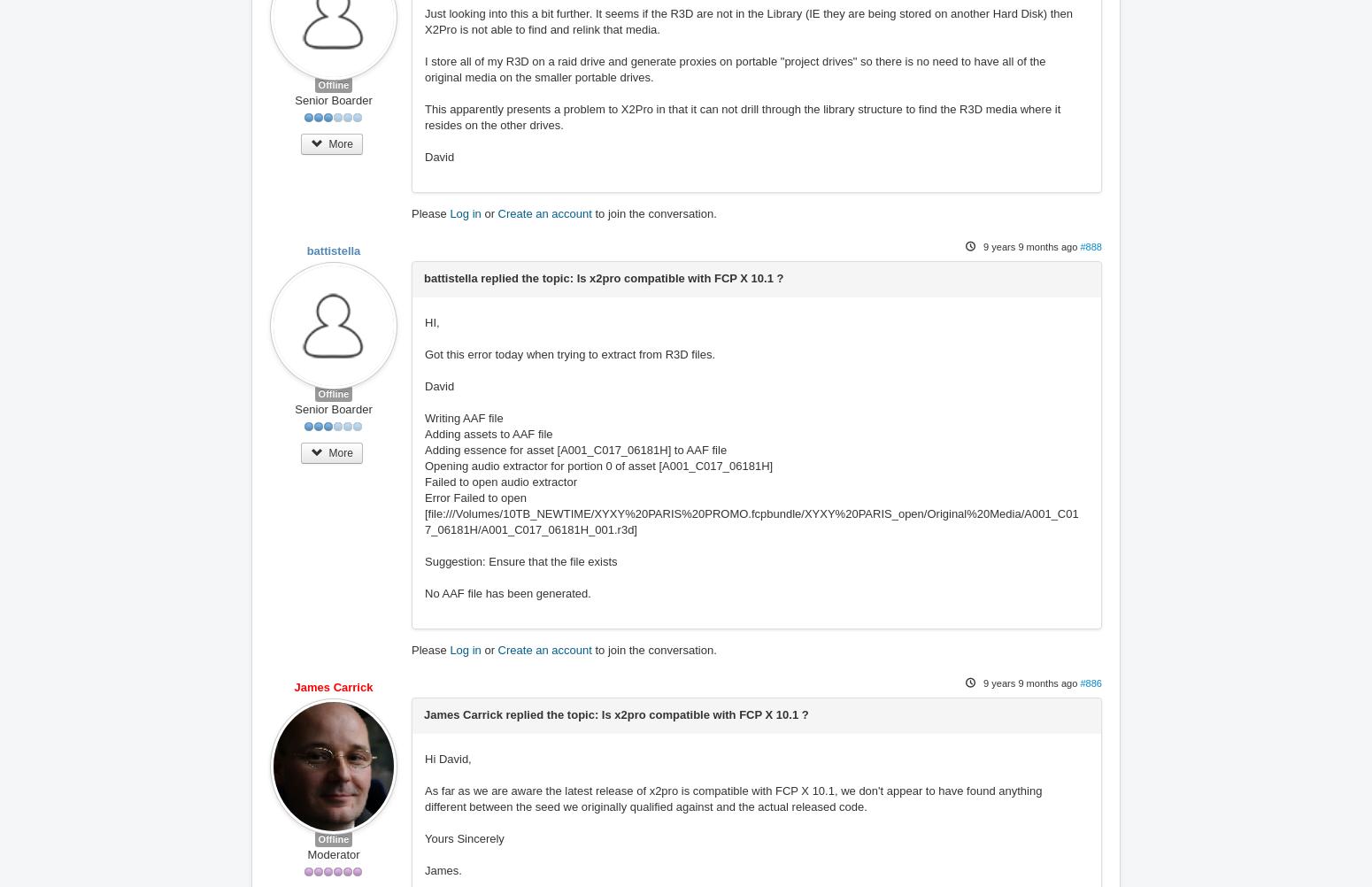 The image size is (1372, 887). What do you see at coordinates (447, 759) in the screenshot?
I see `'Hi David,'` at bounding box center [447, 759].